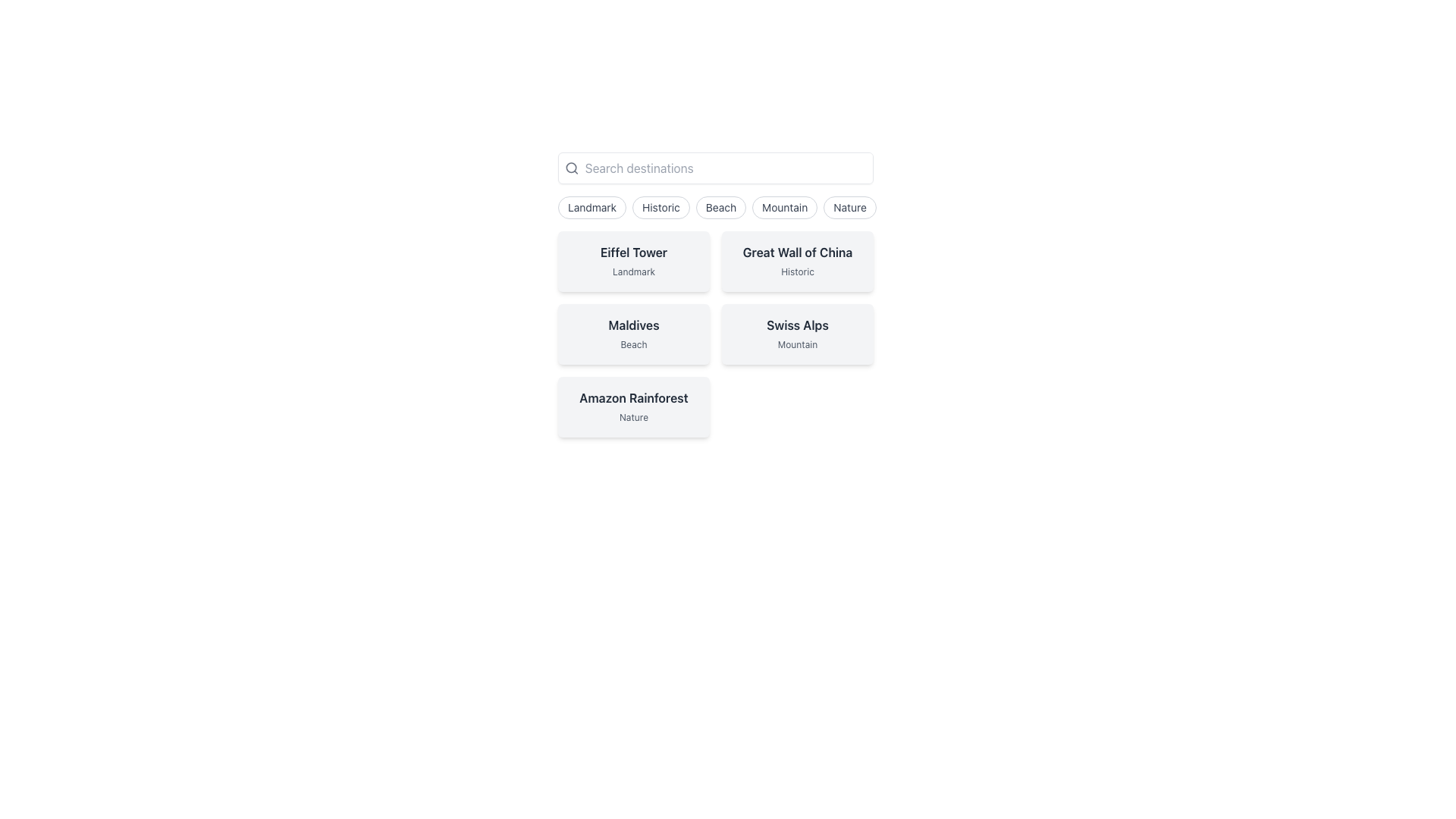 Image resolution: width=1456 pixels, height=819 pixels. What do you see at coordinates (633, 417) in the screenshot?
I see `text label that categorizes the destination as 'Amazon Rainforest', located within a light gray card below the main title and aligned to the right` at bounding box center [633, 417].